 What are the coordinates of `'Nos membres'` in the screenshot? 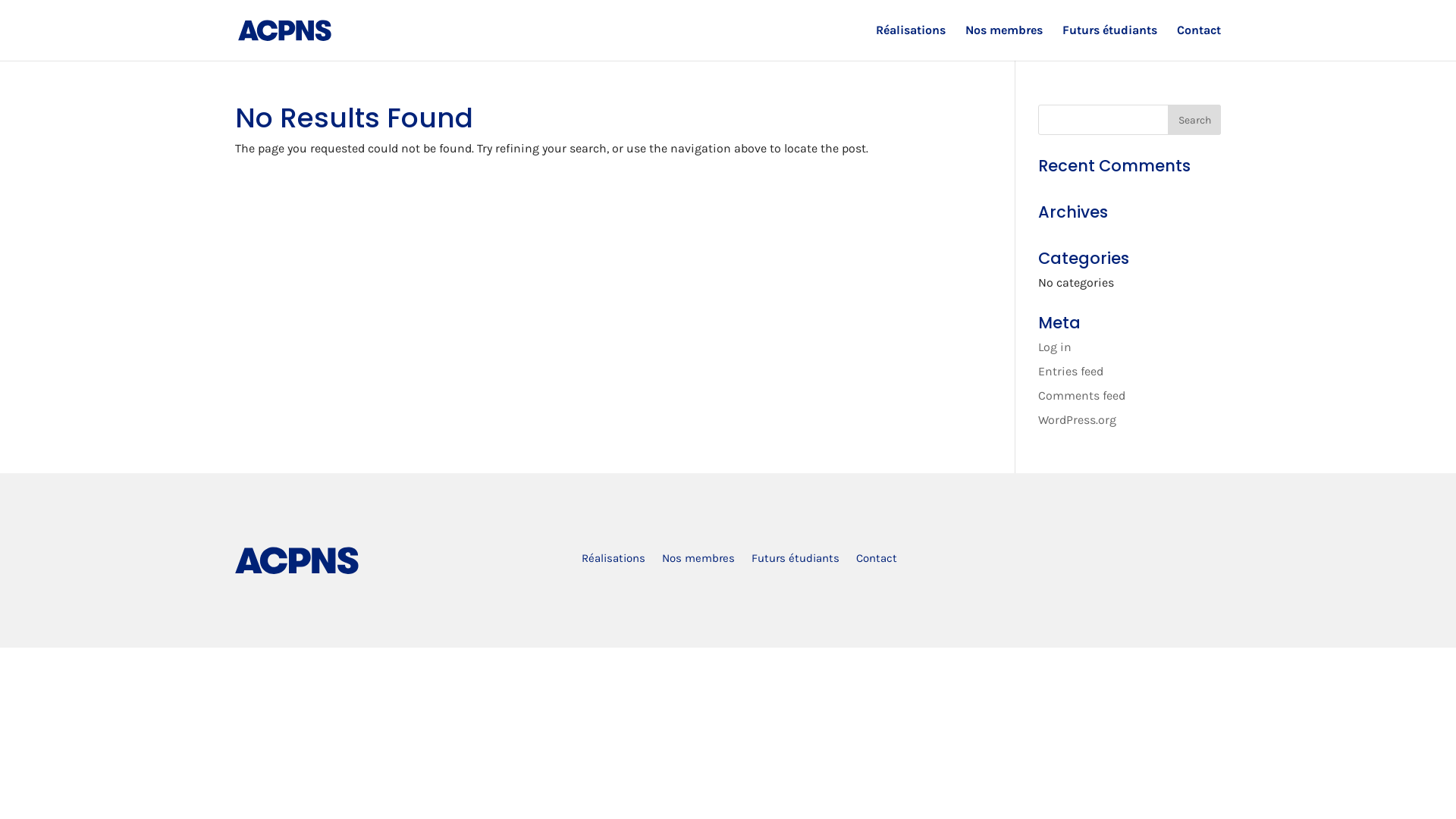 It's located at (662, 561).